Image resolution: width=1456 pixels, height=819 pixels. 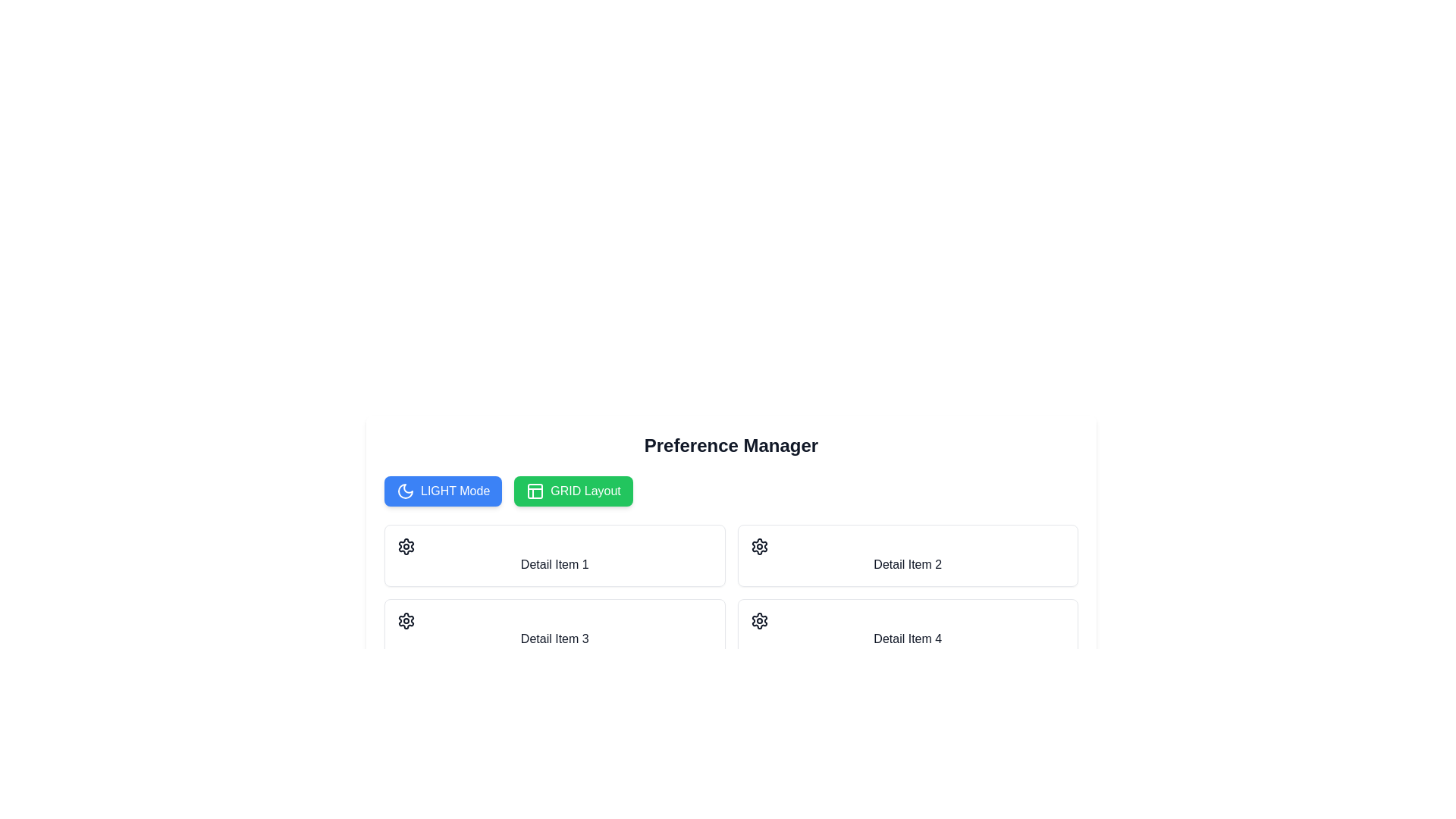 What do you see at coordinates (535, 491) in the screenshot?
I see `the SVG icon within the green button labeled 'GRID Layout', which is part of the layout options button group` at bounding box center [535, 491].